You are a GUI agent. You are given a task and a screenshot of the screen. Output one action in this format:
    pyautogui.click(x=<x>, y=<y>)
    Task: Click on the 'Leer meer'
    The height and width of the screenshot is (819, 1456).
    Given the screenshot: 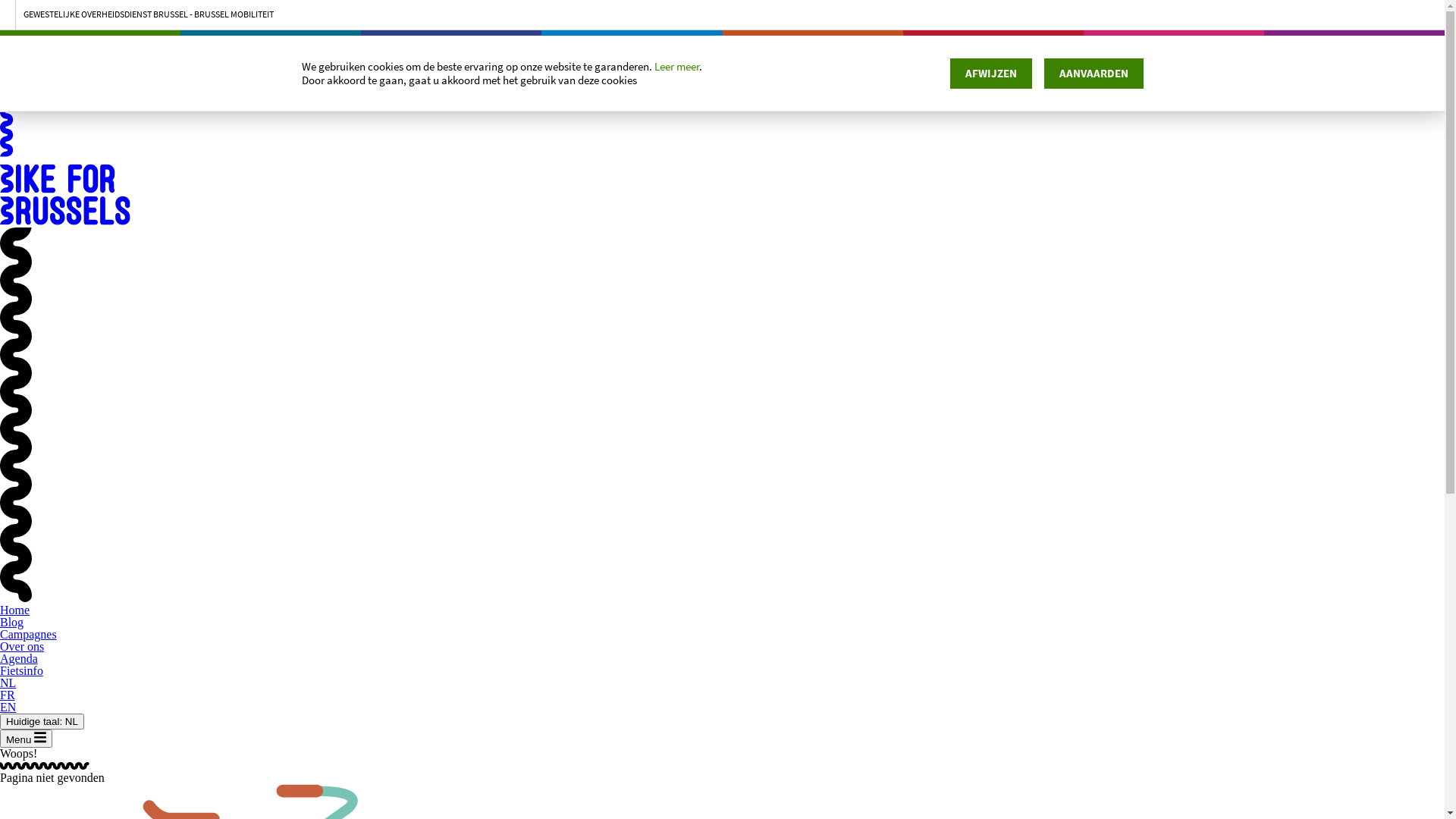 What is the action you would take?
    pyautogui.click(x=675, y=66)
    